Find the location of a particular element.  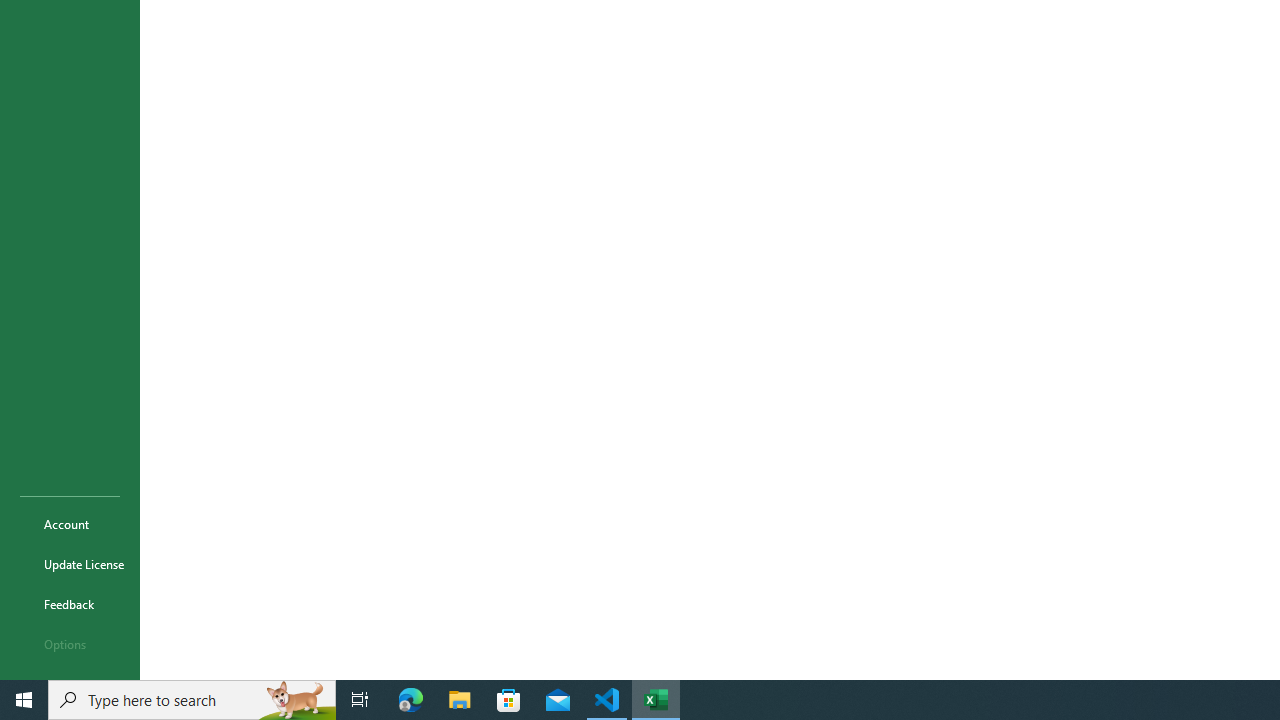

'Account' is located at coordinates (69, 523).